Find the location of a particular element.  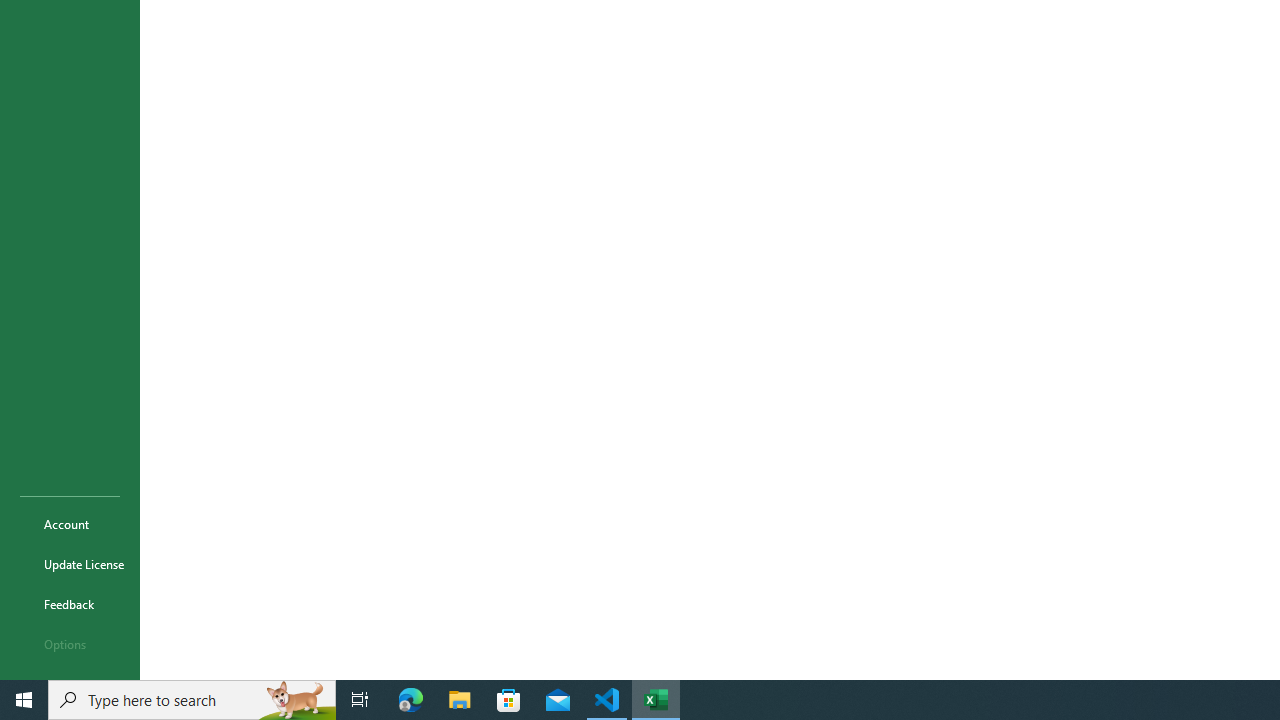

'Account' is located at coordinates (69, 523).